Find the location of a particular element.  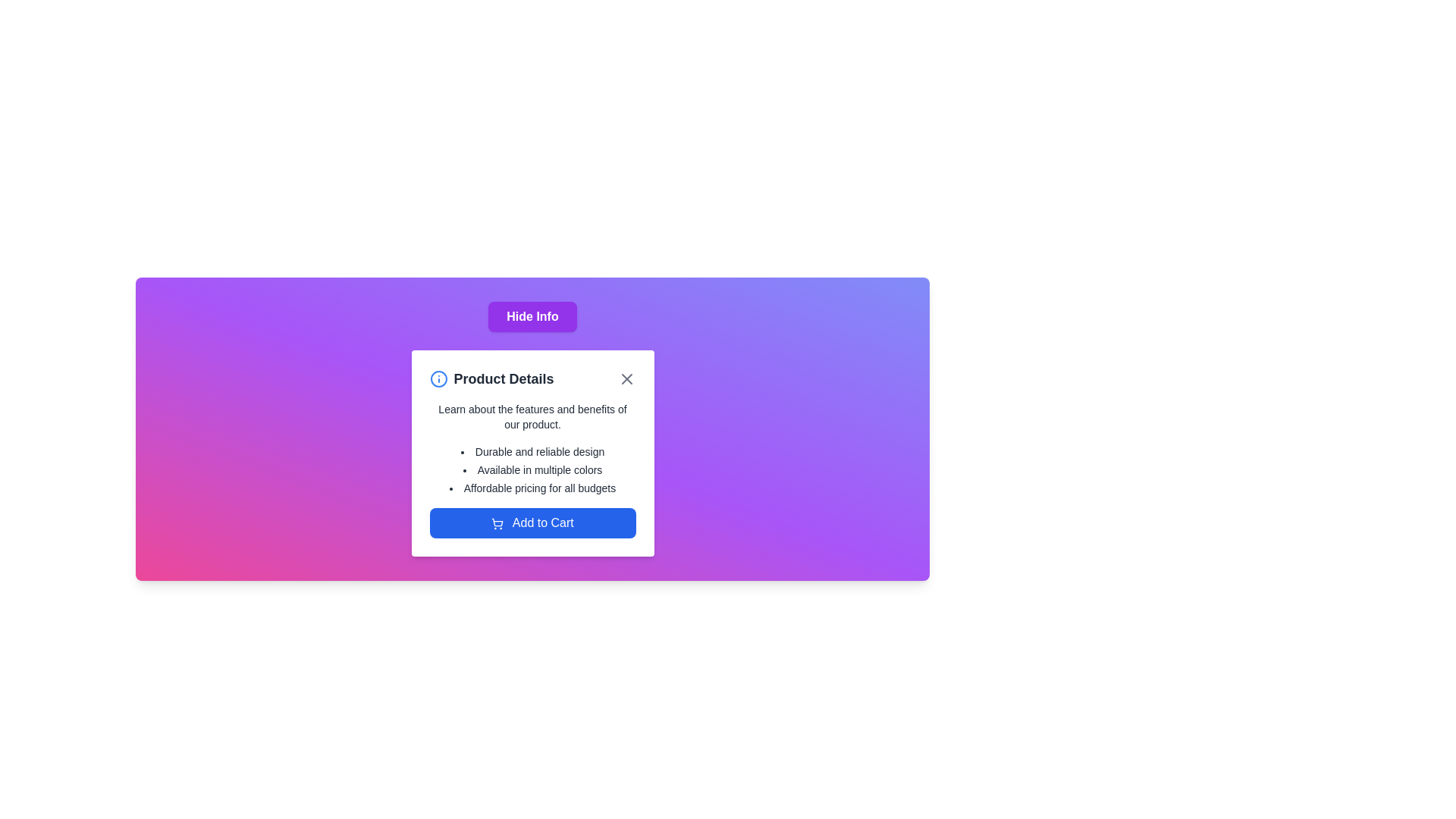

the close button (SVG icon) located on the far right side of the title bar above the 'Product Details' section is located at coordinates (626, 378).